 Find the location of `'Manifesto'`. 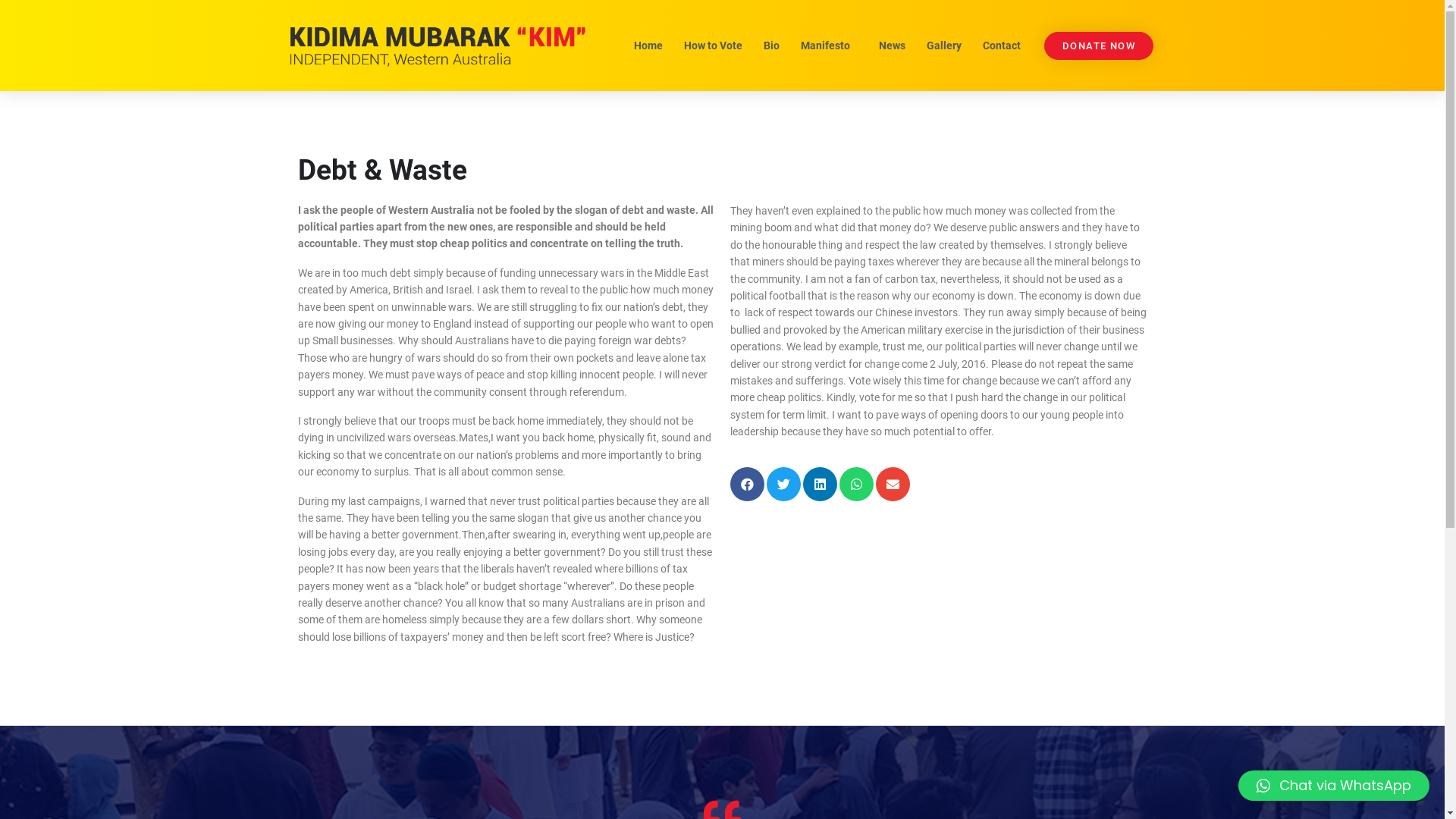

'Manifesto' is located at coordinates (827, 45).